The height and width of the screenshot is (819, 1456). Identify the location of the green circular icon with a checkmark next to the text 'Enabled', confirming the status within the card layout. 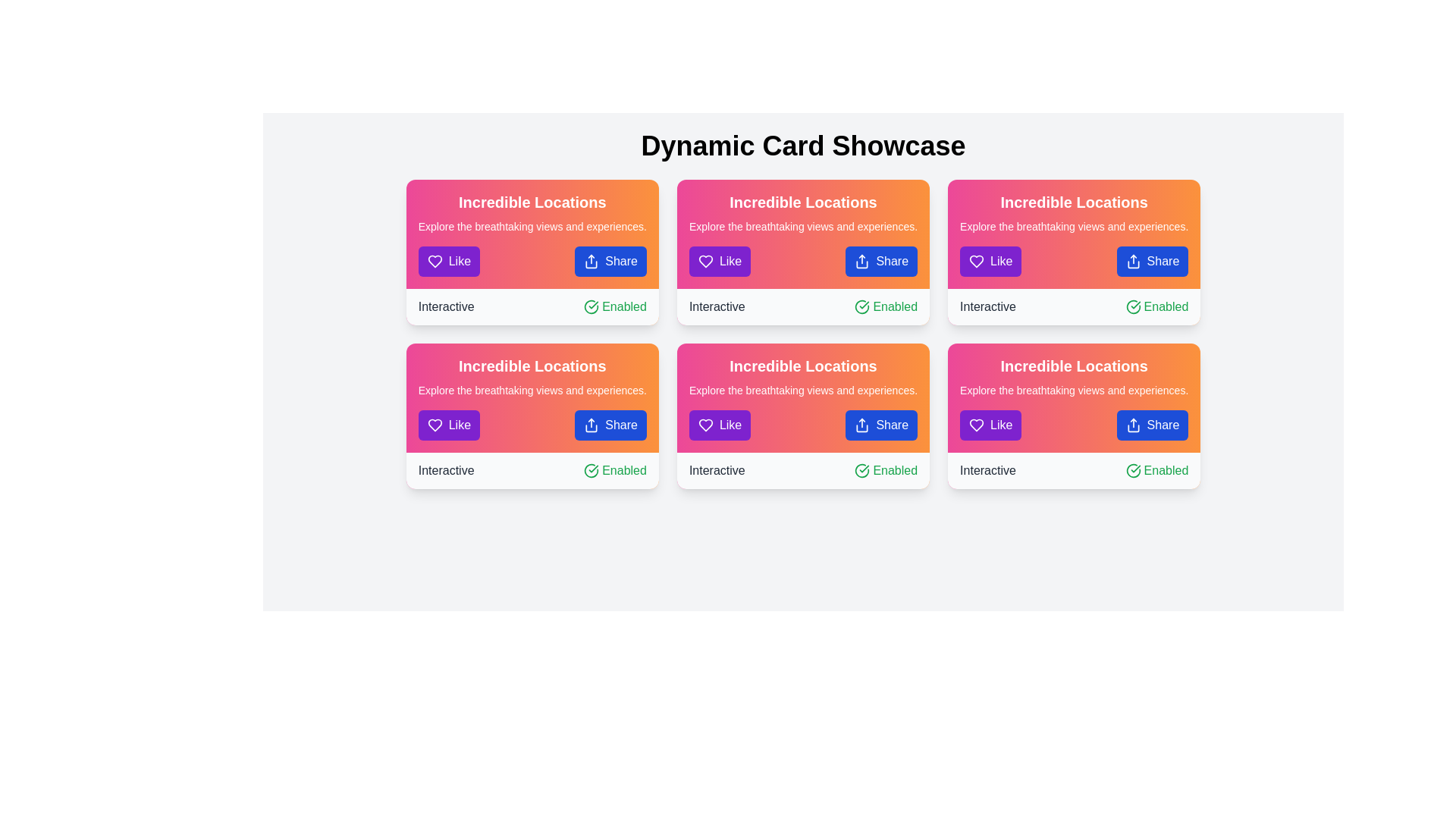
(862, 470).